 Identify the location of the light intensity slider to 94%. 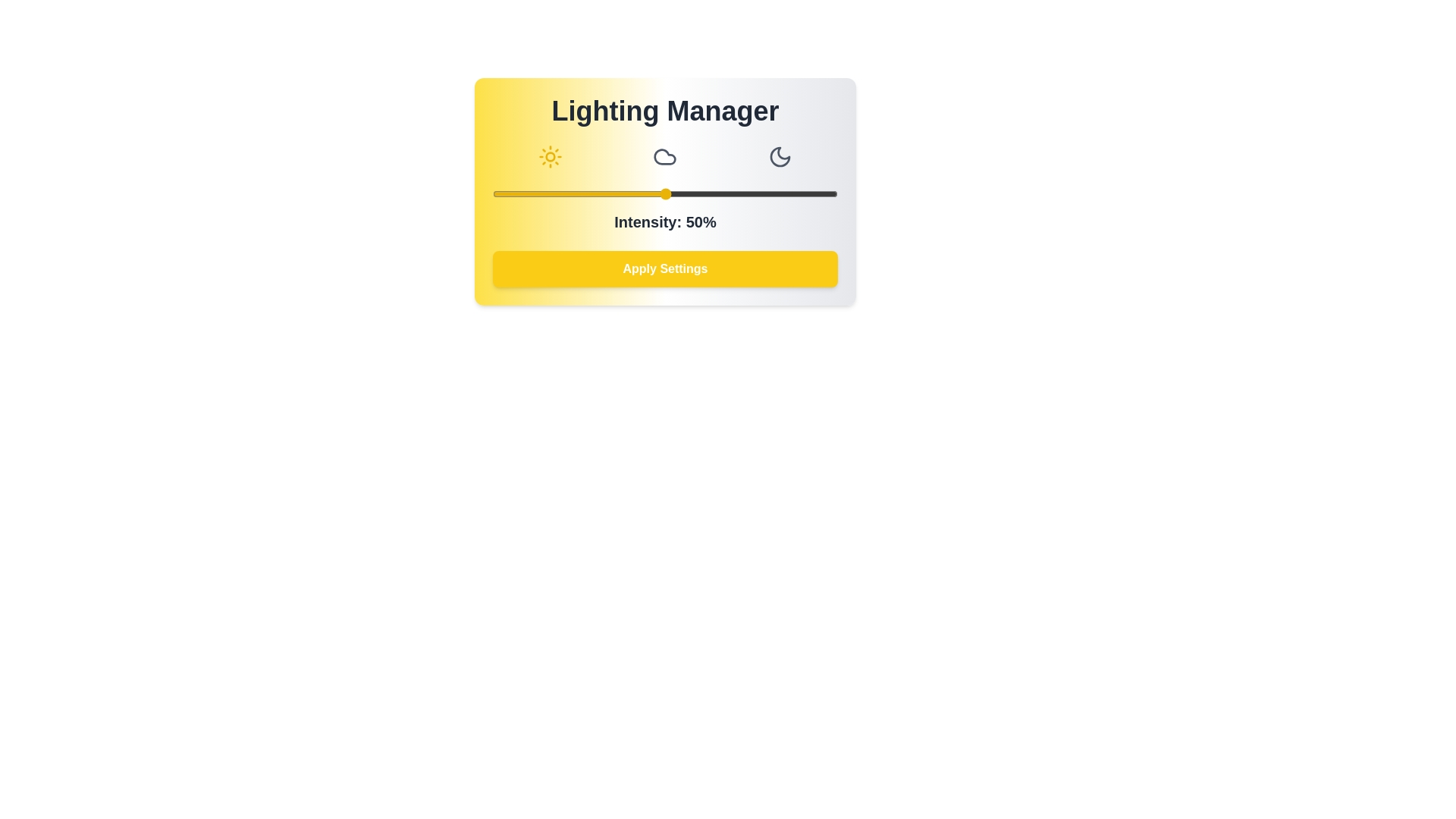
(816, 193).